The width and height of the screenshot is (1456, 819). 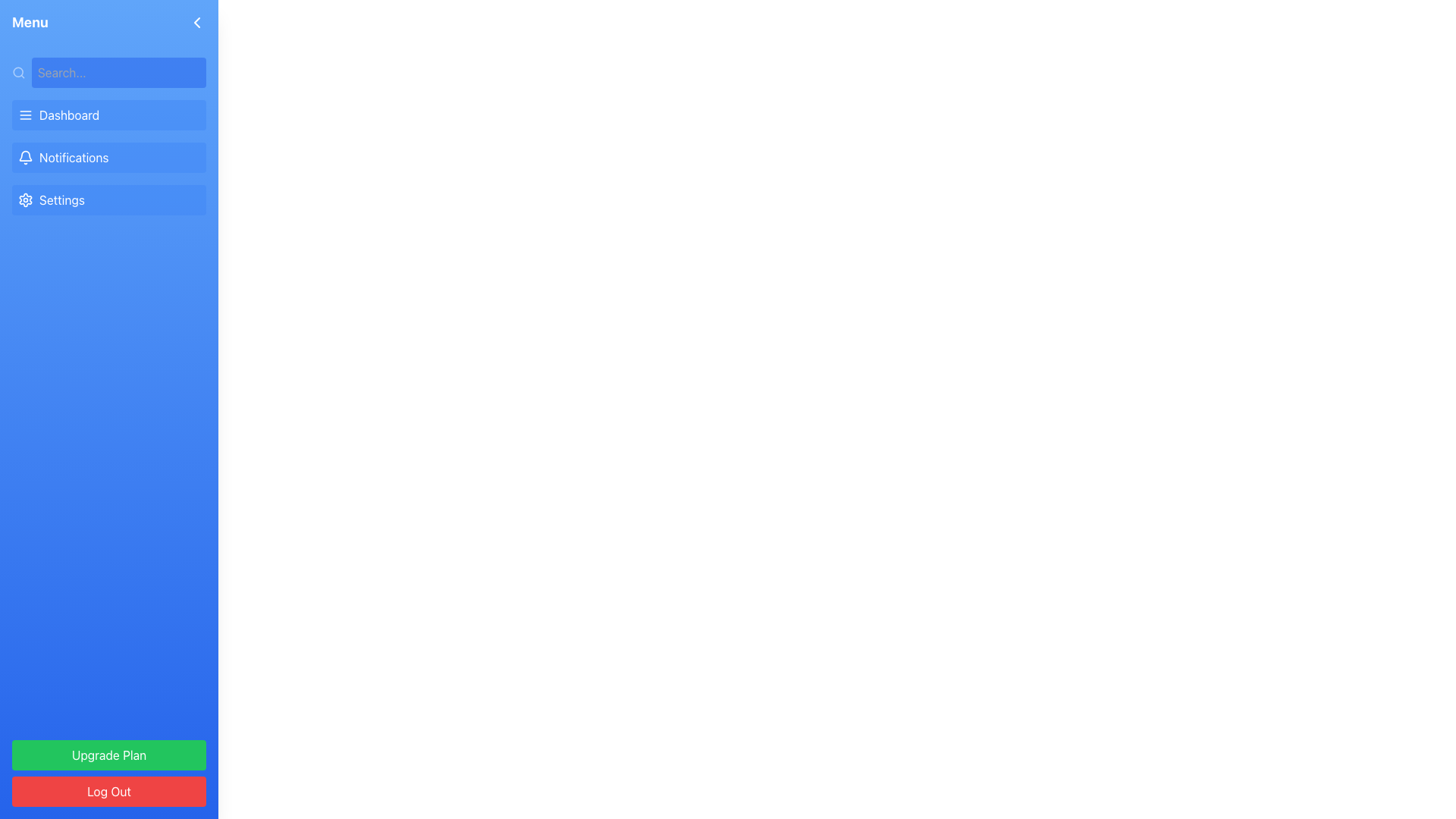 I want to click on the search bar input field located at the top-left corner of the interface to focus on it for keyword input, so click(x=118, y=73).